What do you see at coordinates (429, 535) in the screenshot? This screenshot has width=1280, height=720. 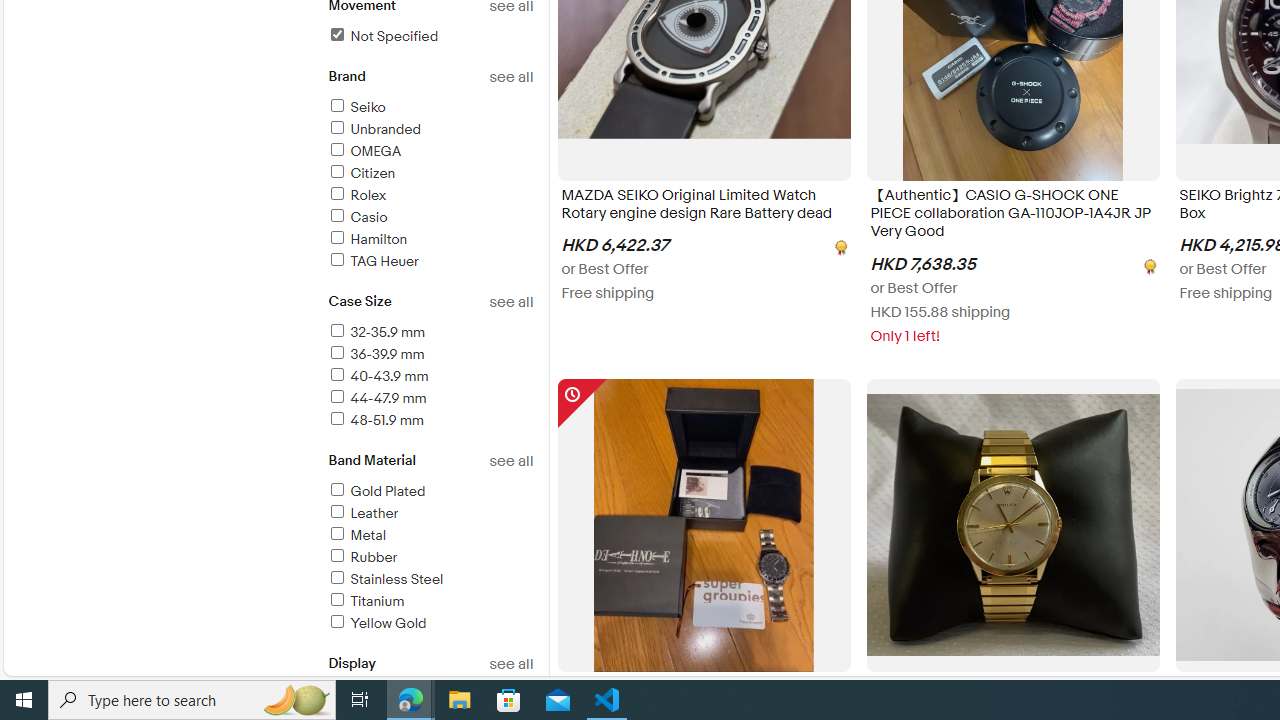 I see `'Metal'` at bounding box center [429, 535].